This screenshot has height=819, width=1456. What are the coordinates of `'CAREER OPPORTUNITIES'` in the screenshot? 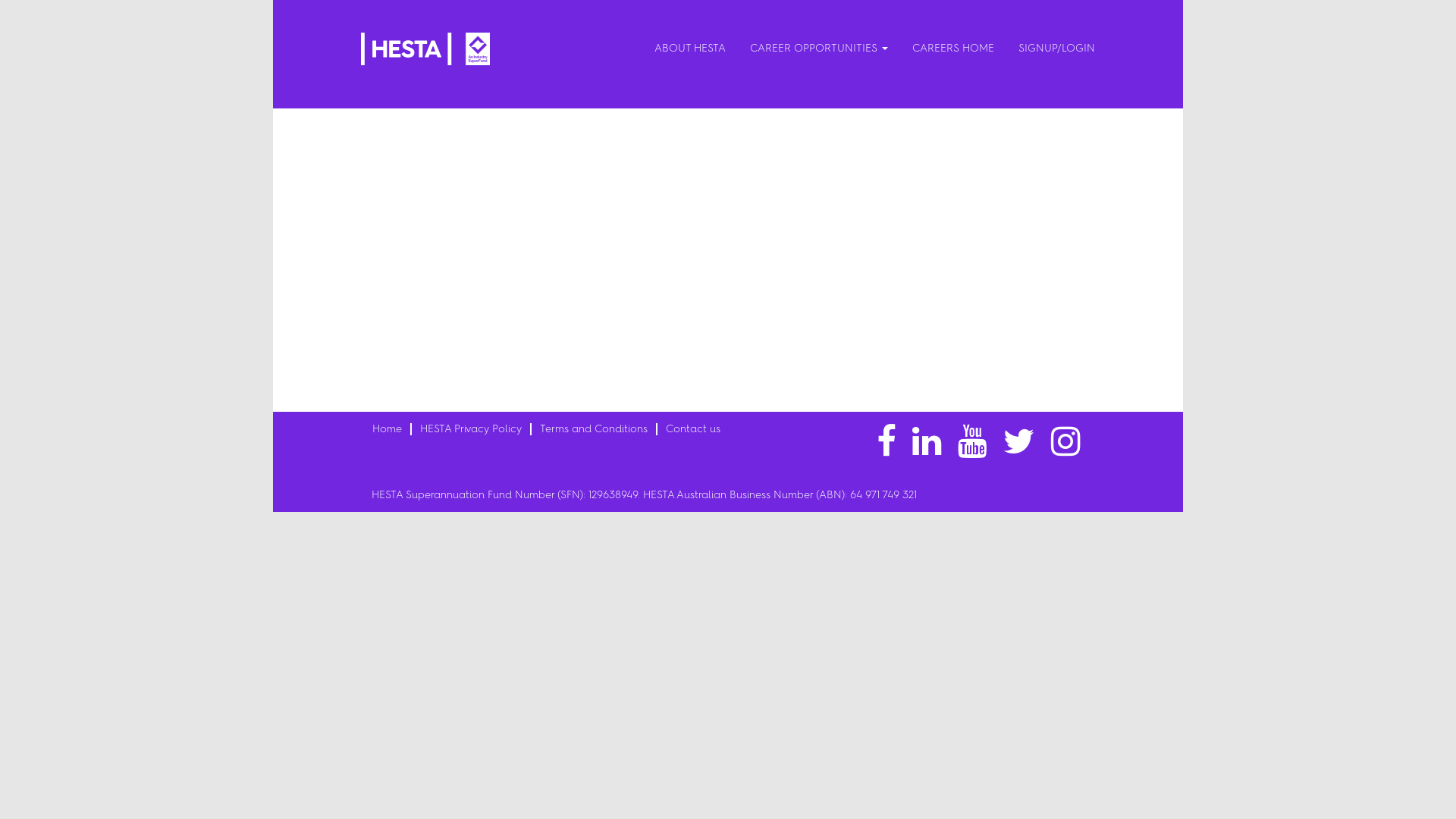 It's located at (818, 46).